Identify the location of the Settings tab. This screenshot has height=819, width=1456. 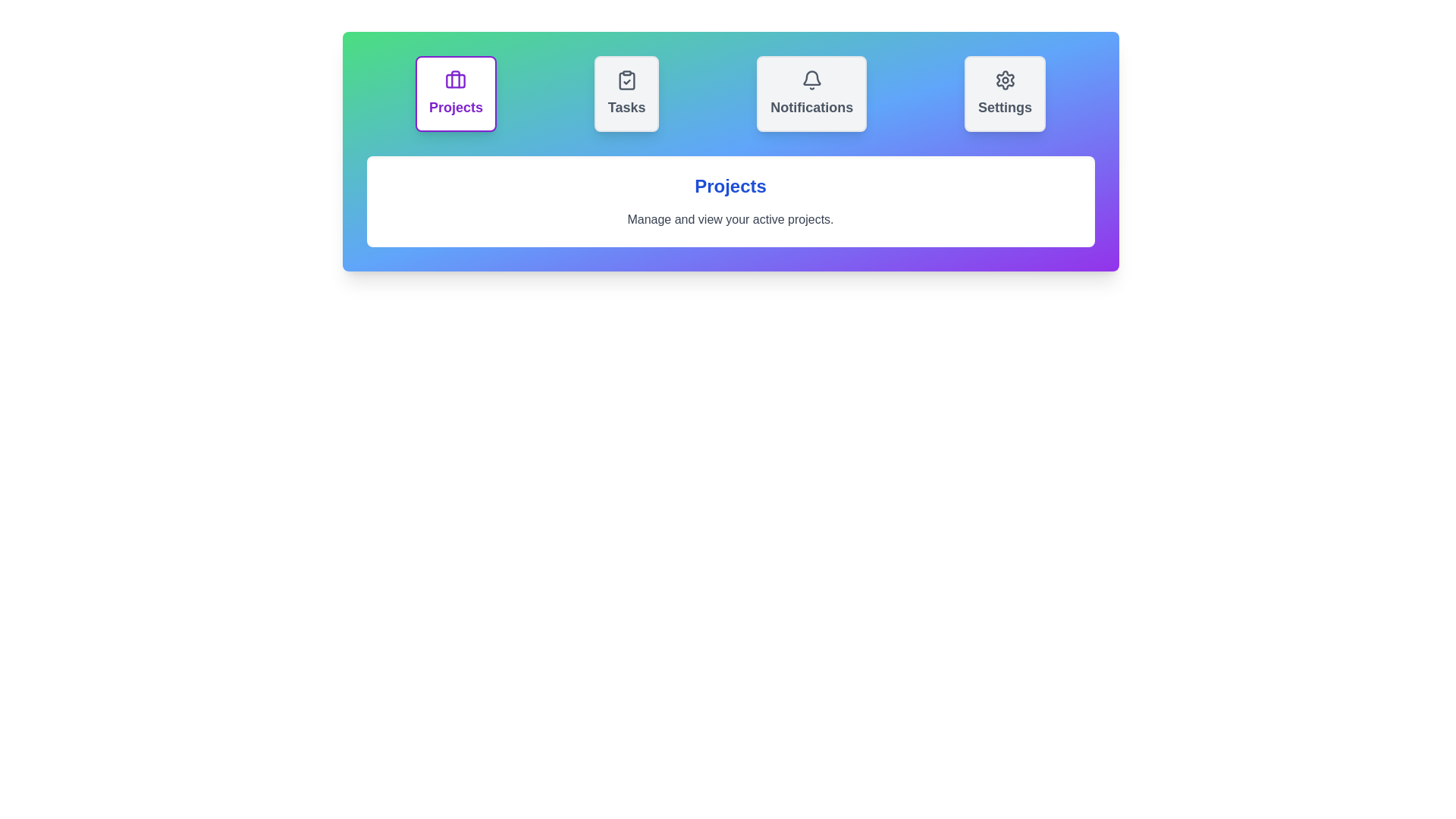
(1004, 93).